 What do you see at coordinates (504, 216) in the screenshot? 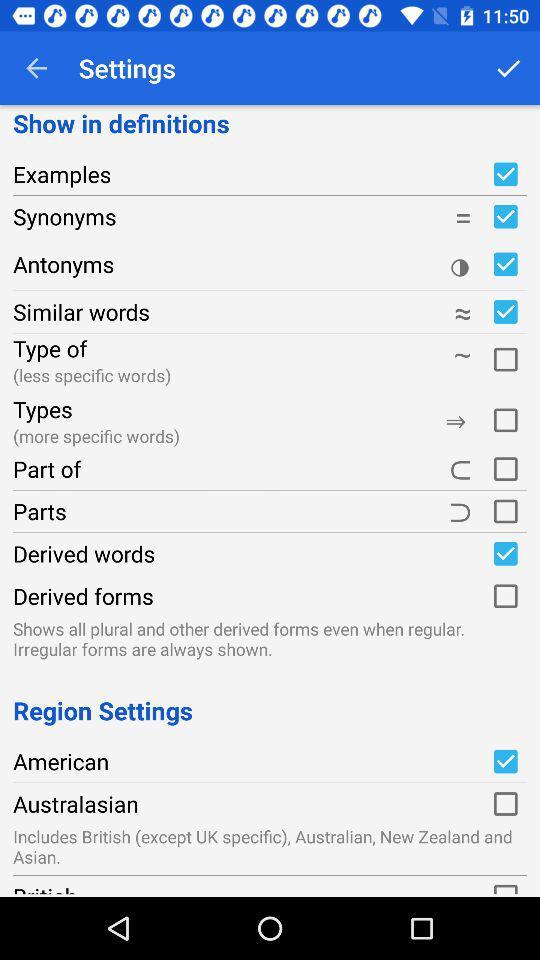
I see `show info yes/no tick box` at bounding box center [504, 216].